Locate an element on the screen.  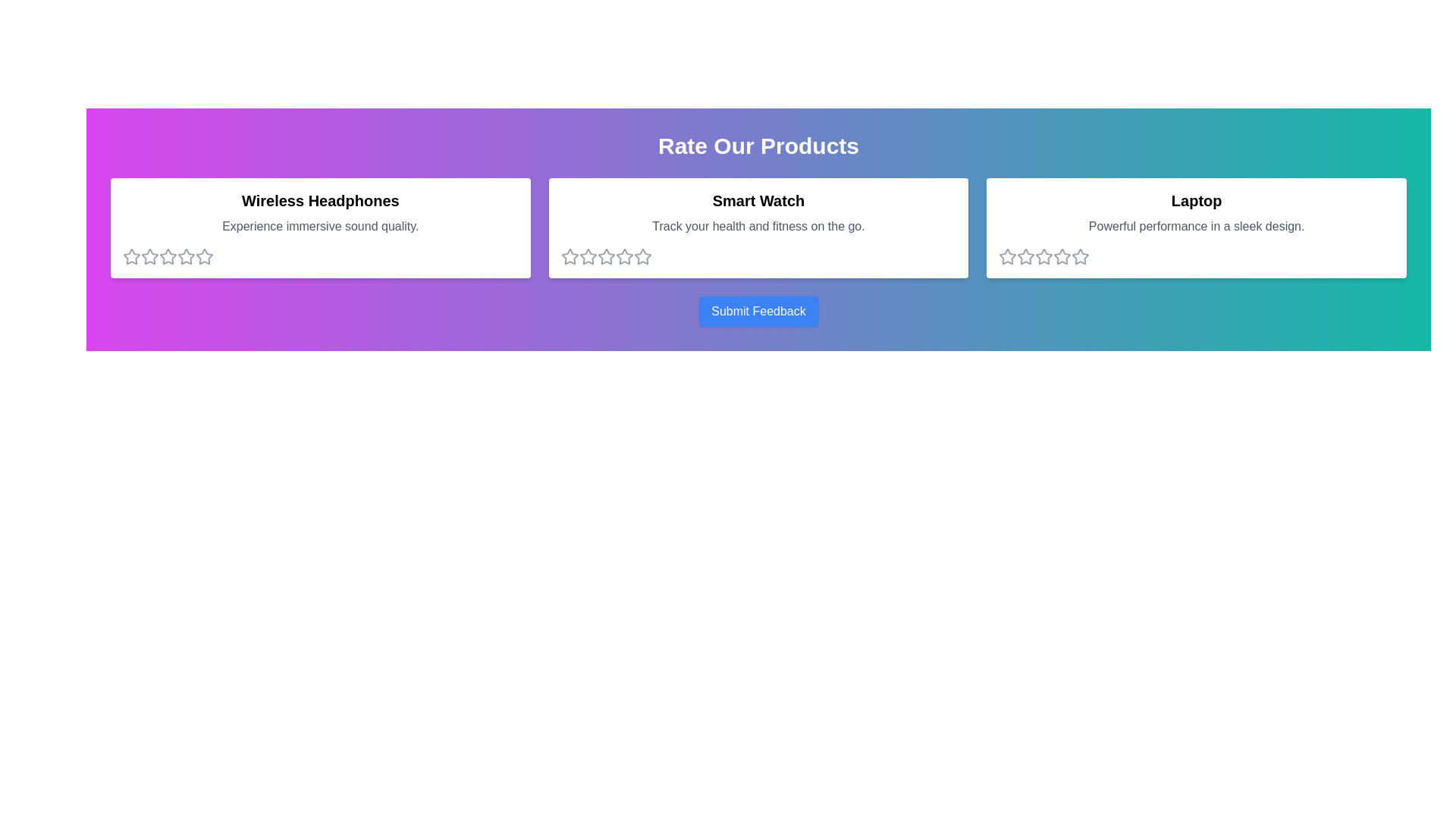
the 'Submit Feedback' button to submit the feedback is located at coordinates (758, 311).